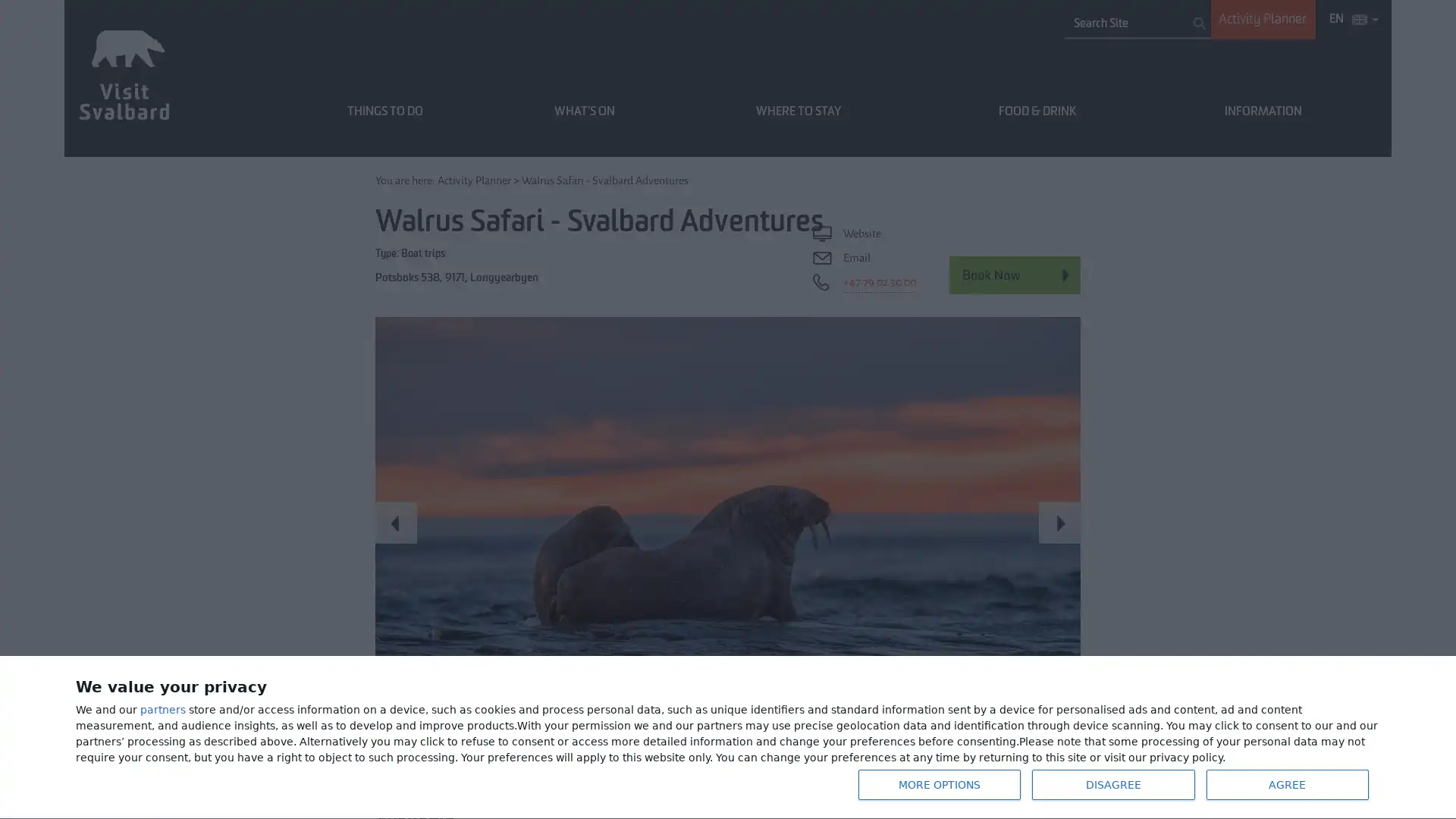  What do you see at coordinates (938, 784) in the screenshot?
I see `MORE OPTIONS` at bounding box center [938, 784].